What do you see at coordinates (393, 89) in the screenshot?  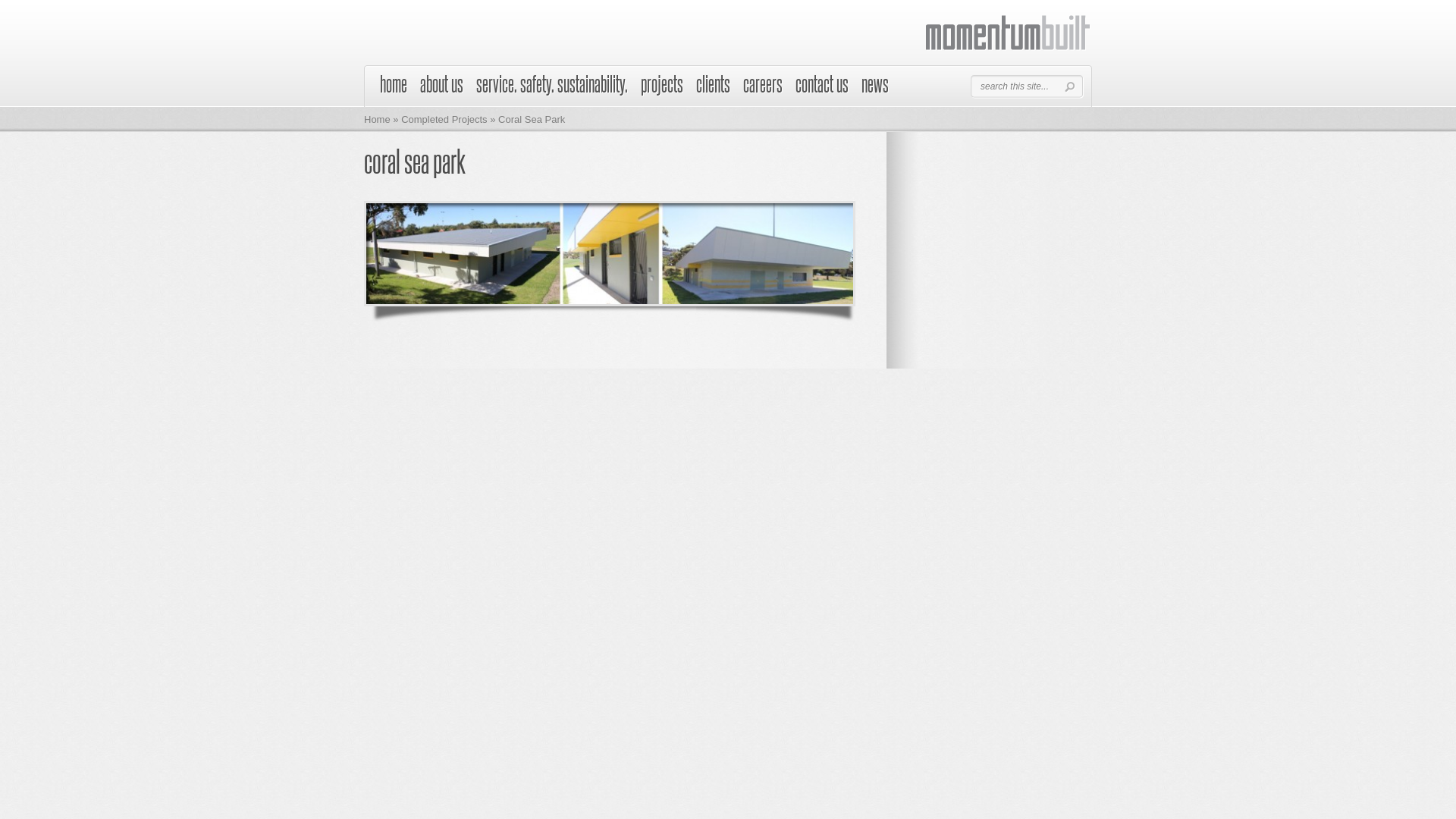 I see `'home'` at bounding box center [393, 89].